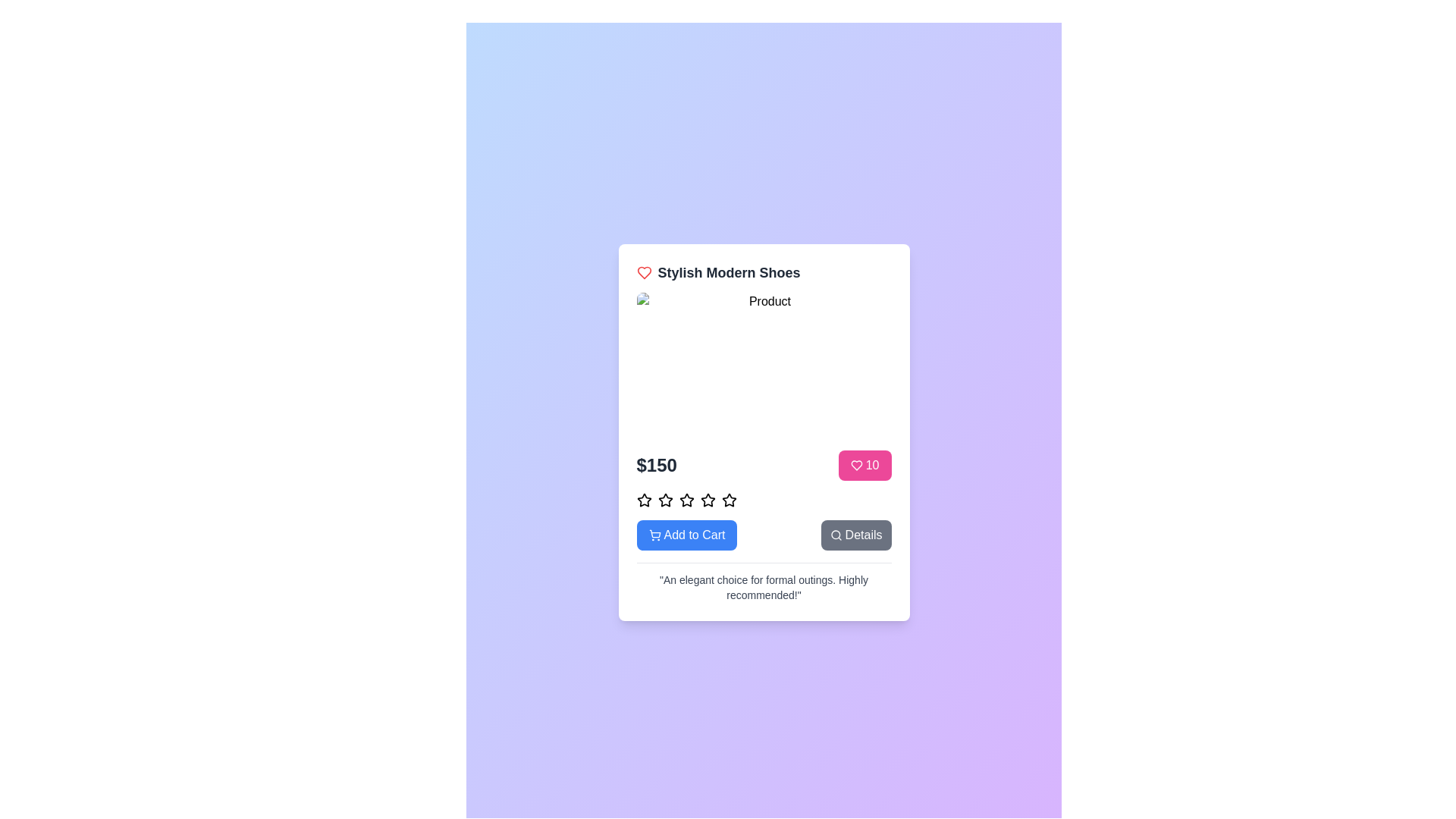 This screenshot has height=819, width=1456. What do you see at coordinates (657, 464) in the screenshot?
I see `text displayed in the prominent Text Label showing the price '$150', which is styled in a bold and large font and located above a set of star icons` at bounding box center [657, 464].